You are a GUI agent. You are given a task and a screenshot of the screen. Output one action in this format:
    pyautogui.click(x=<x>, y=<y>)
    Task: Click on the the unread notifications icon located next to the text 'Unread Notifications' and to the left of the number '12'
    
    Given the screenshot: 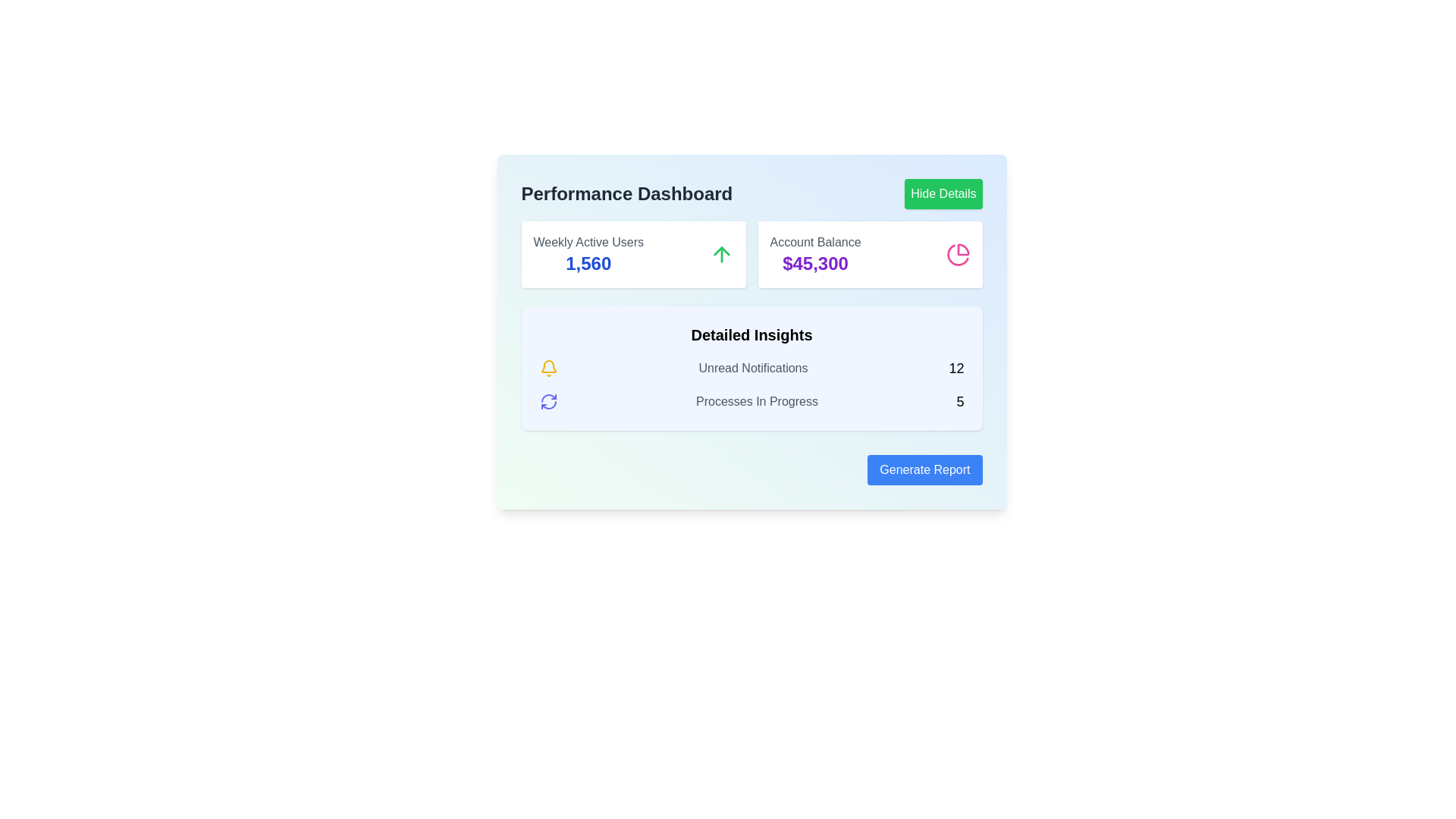 What is the action you would take?
    pyautogui.click(x=548, y=369)
    